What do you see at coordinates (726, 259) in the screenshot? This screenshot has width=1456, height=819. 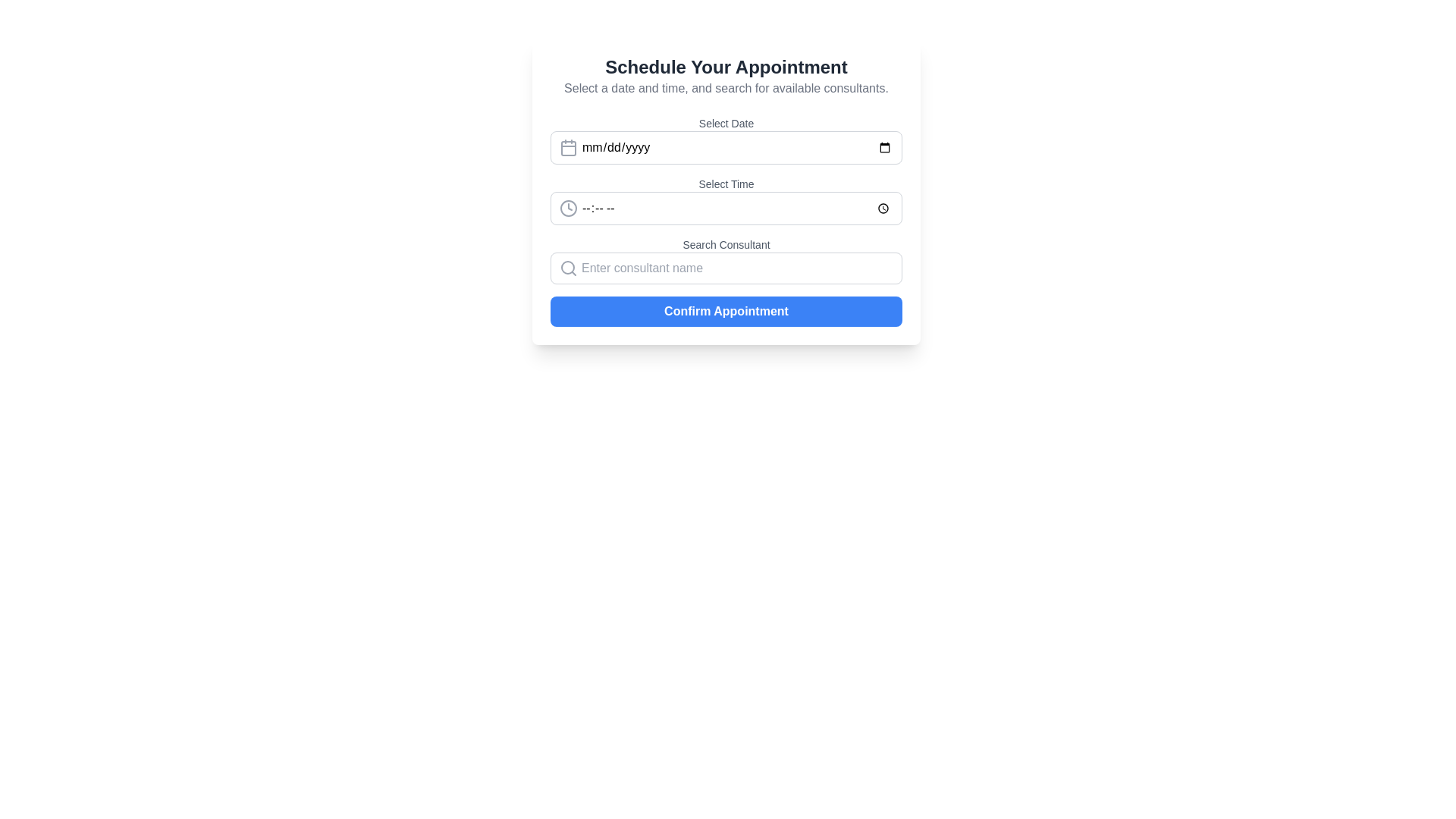 I see `the search input field titled 'Search Consultant', which is the third input in a list, located below the 'Select Time' field and above the 'Confirm Appointment' button` at bounding box center [726, 259].